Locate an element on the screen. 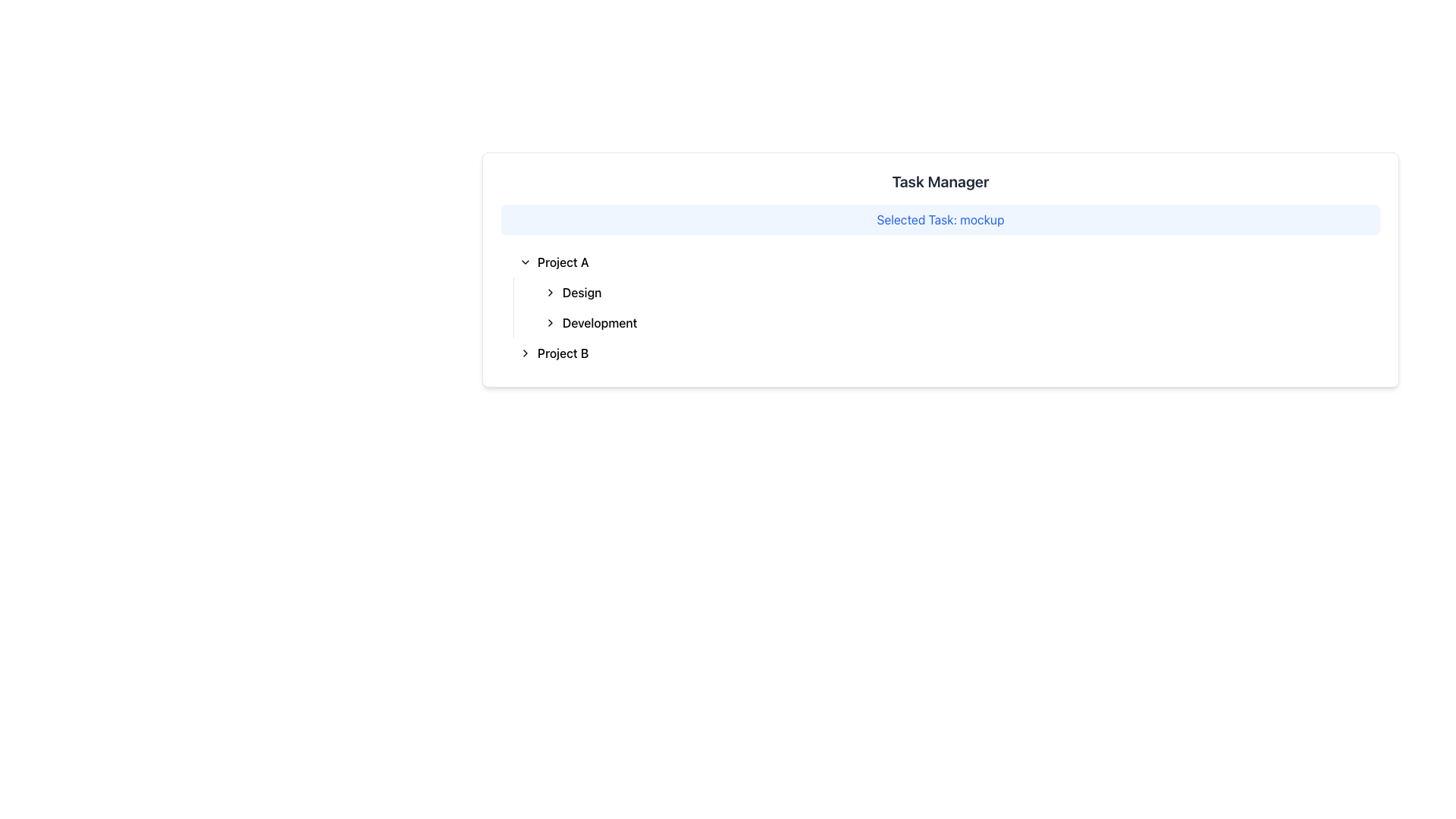  the rightward-pointing chevron icon located to the left of the text 'Design' under the 'Project A' hierarchy is located at coordinates (549, 292).